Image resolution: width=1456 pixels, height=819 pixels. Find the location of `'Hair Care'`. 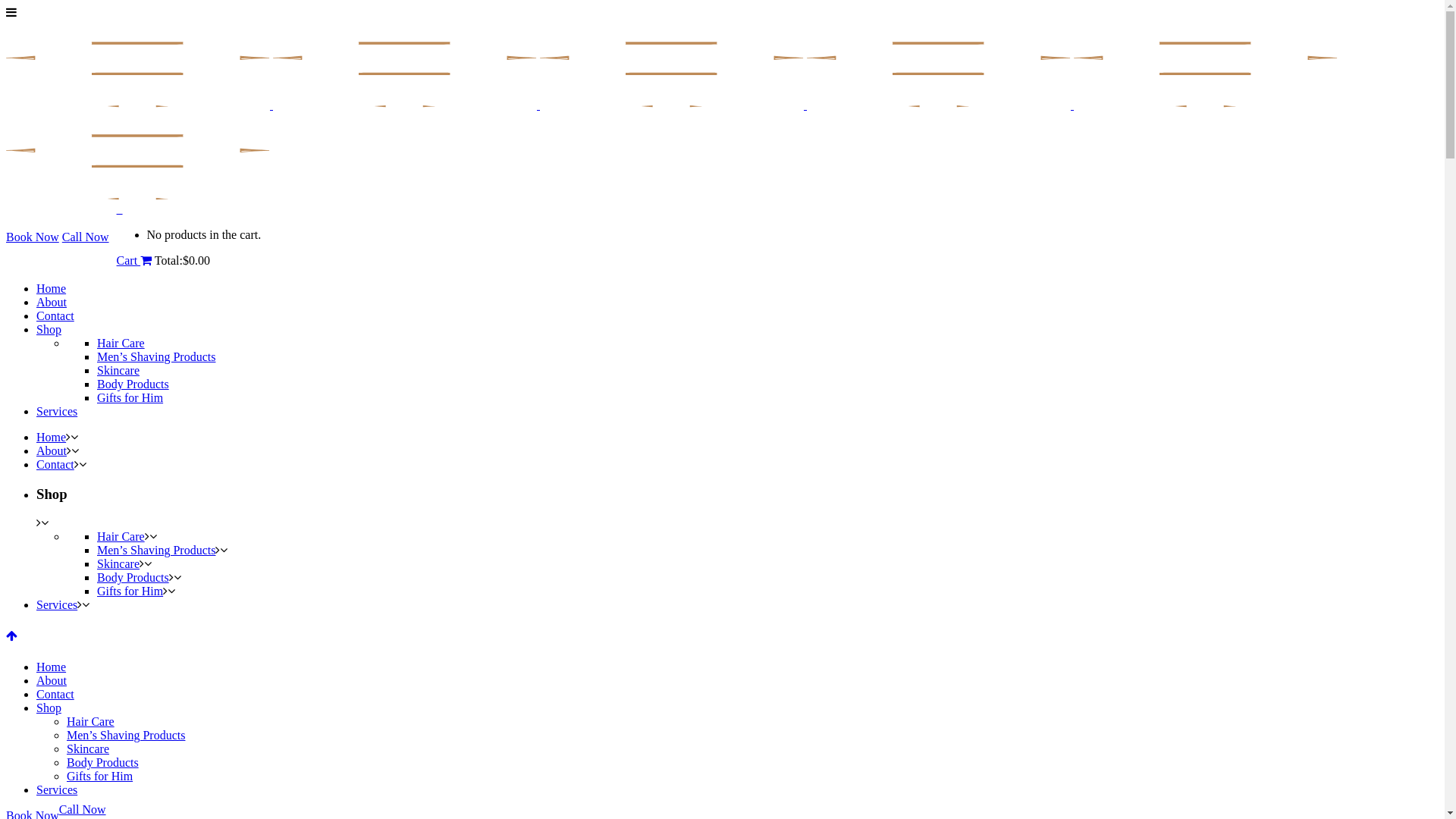

'Hair Care' is located at coordinates (89, 720).